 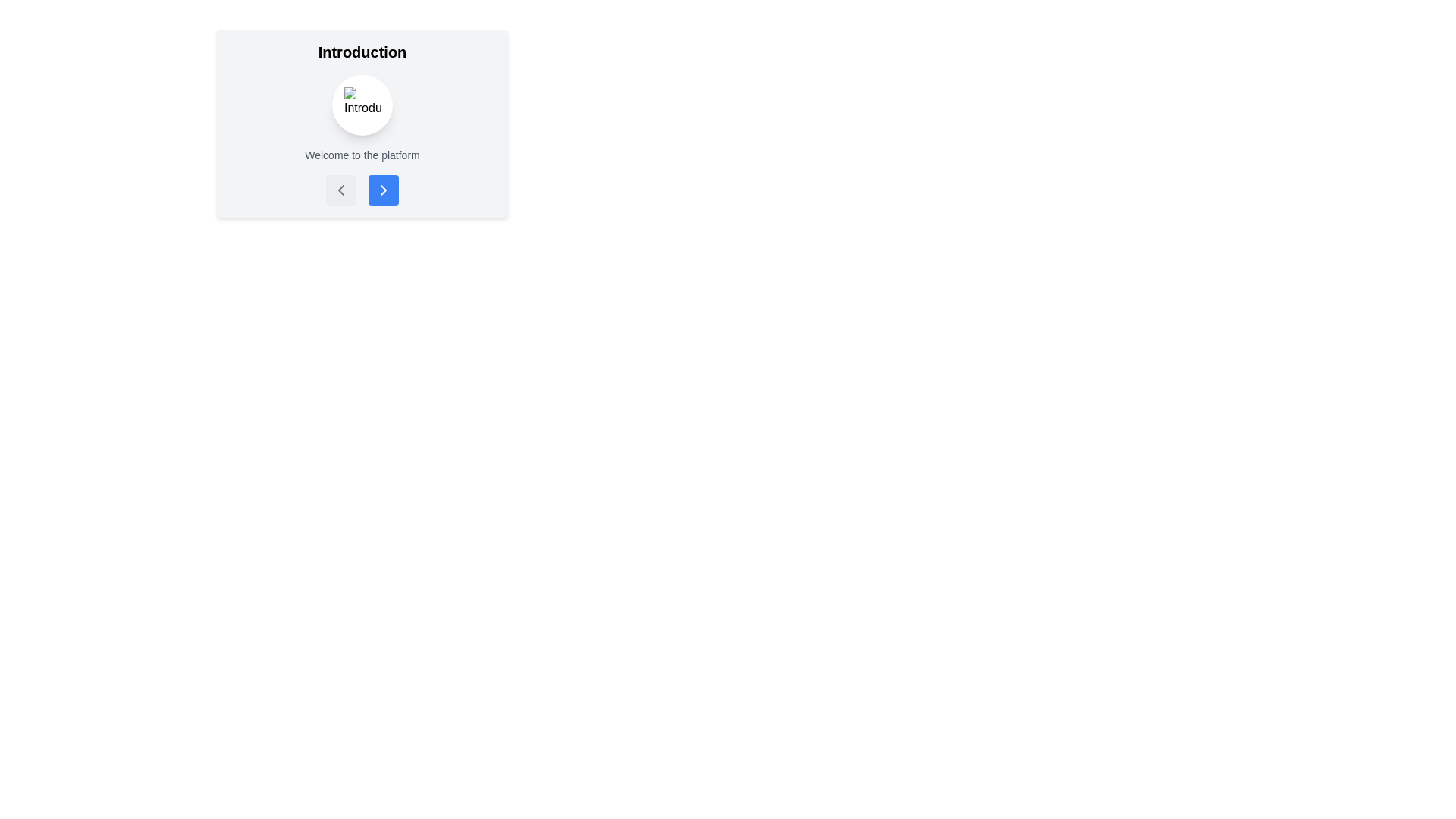 What do you see at coordinates (362, 104) in the screenshot?
I see `the circular button with a white background and embedded missing image icon, located between the title 'Introduction' and the subtitle 'Welcome to the platform.'` at bounding box center [362, 104].